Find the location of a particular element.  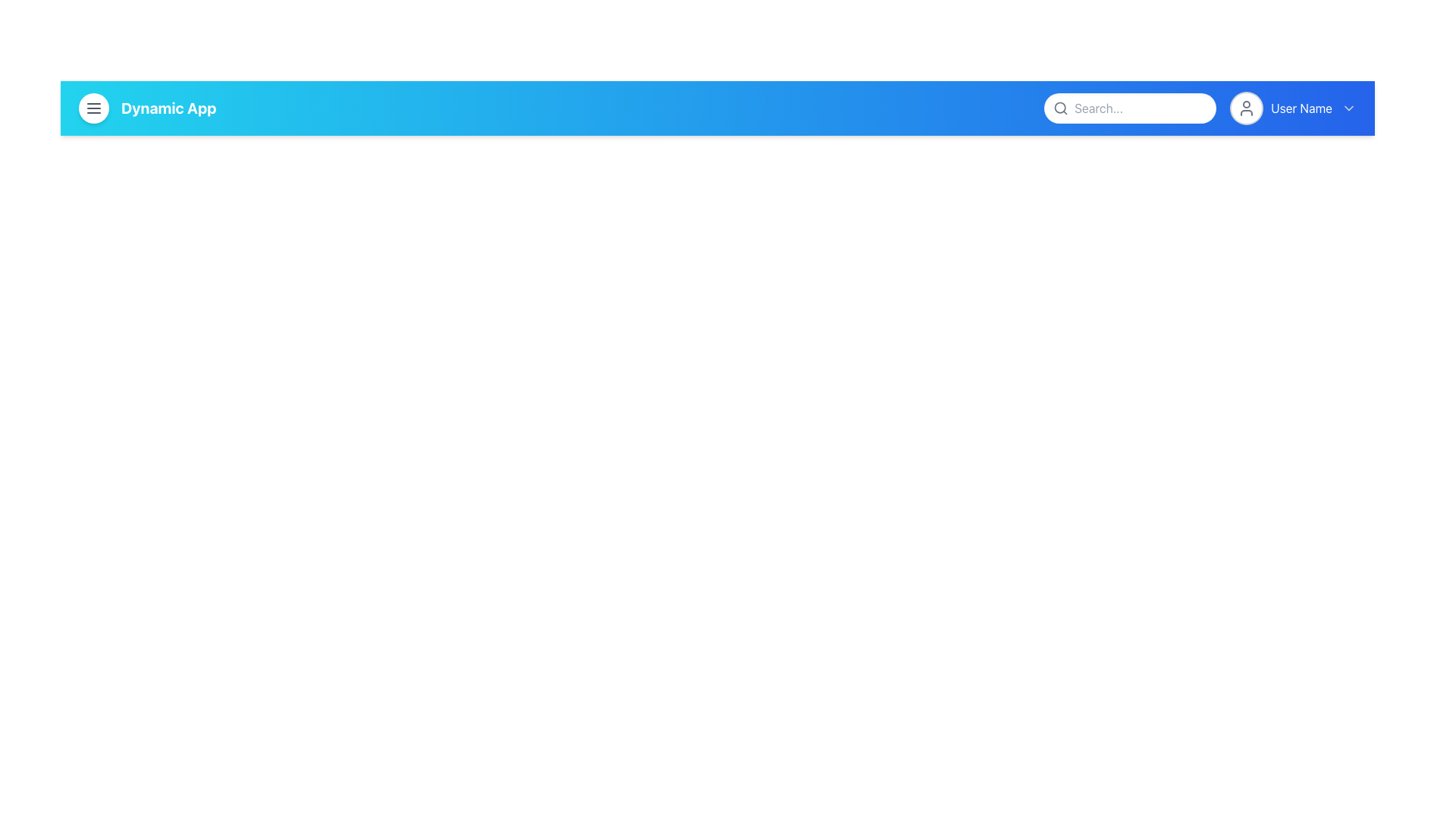

the Profile menu toggle, which is a rounded white icon with a user glyph on the left, followed by the text 'User Name' in white, and a downward-facing chevron on a blue background, located on the far-right of the header bar adjacent to the search bar is located at coordinates (1293, 107).